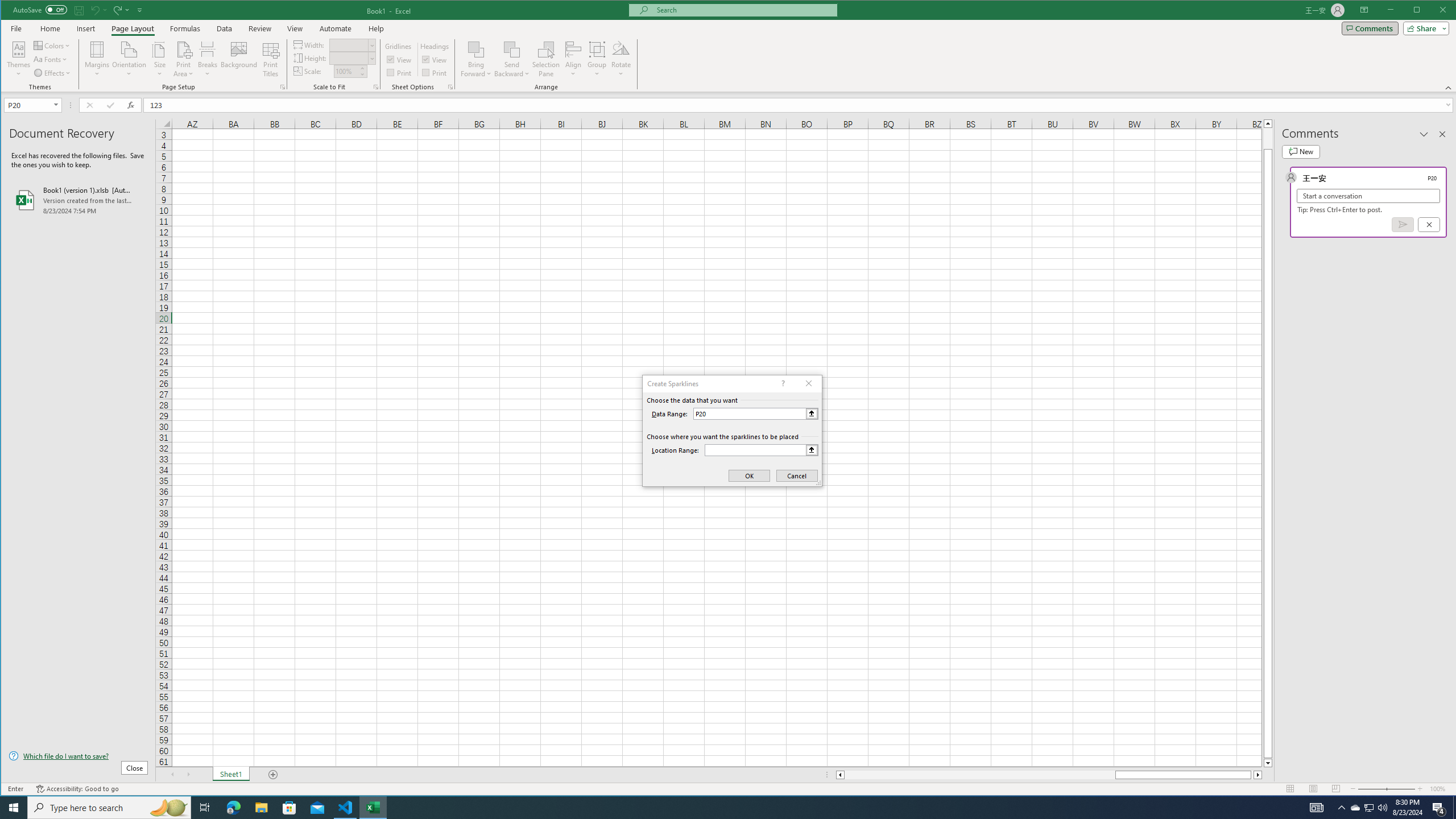  Describe the element at coordinates (18, 59) in the screenshot. I see `'Themes'` at that location.